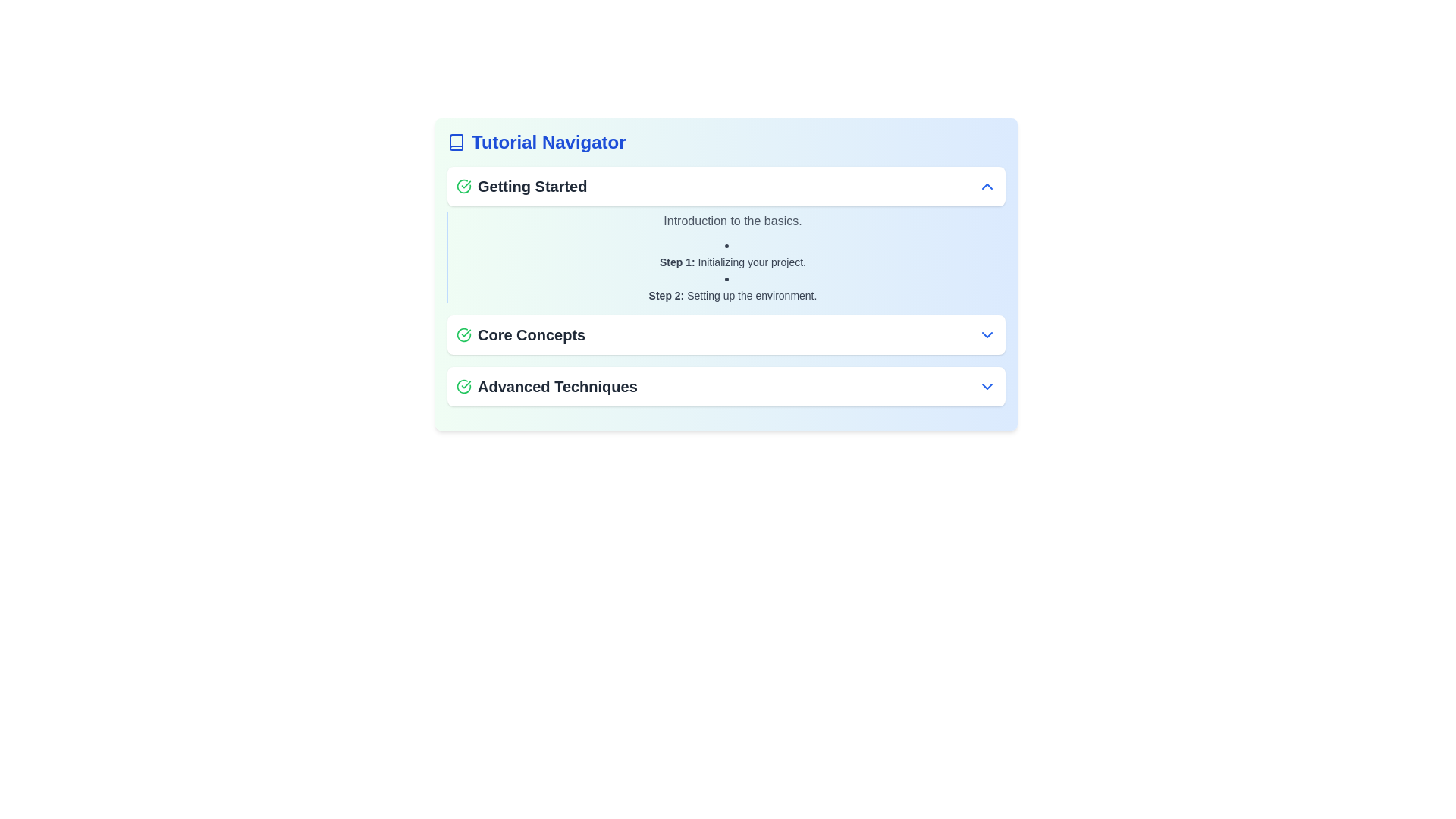 The image size is (1456, 819). I want to click on the instructional Text block with a list located in the 'Getting Started' section of the collapsible list interface for additional tooltips if available, so click(726, 256).